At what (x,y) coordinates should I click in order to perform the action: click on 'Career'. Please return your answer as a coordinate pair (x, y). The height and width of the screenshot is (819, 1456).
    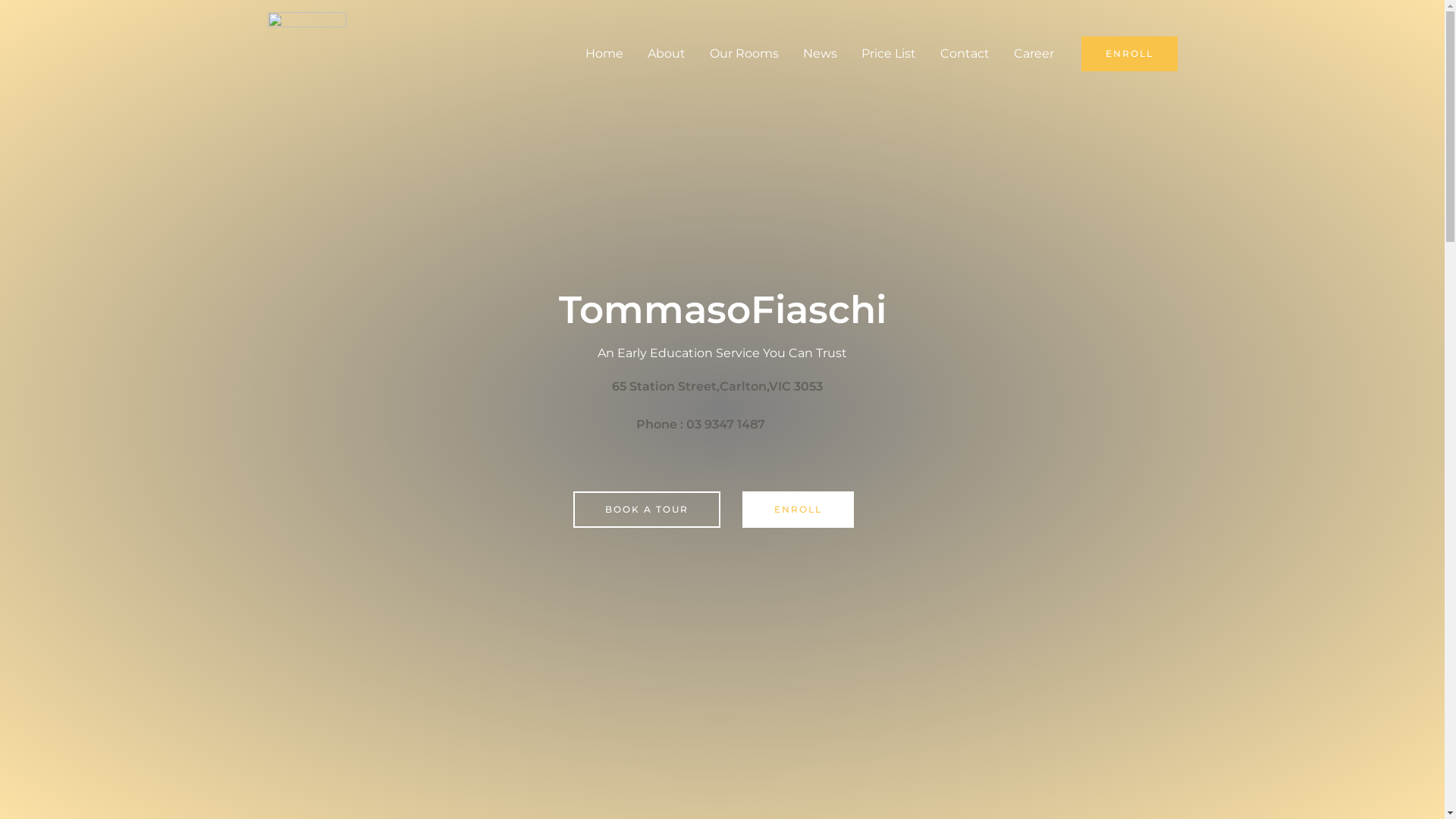
    Looking at the image, I should click on (1032, 52).